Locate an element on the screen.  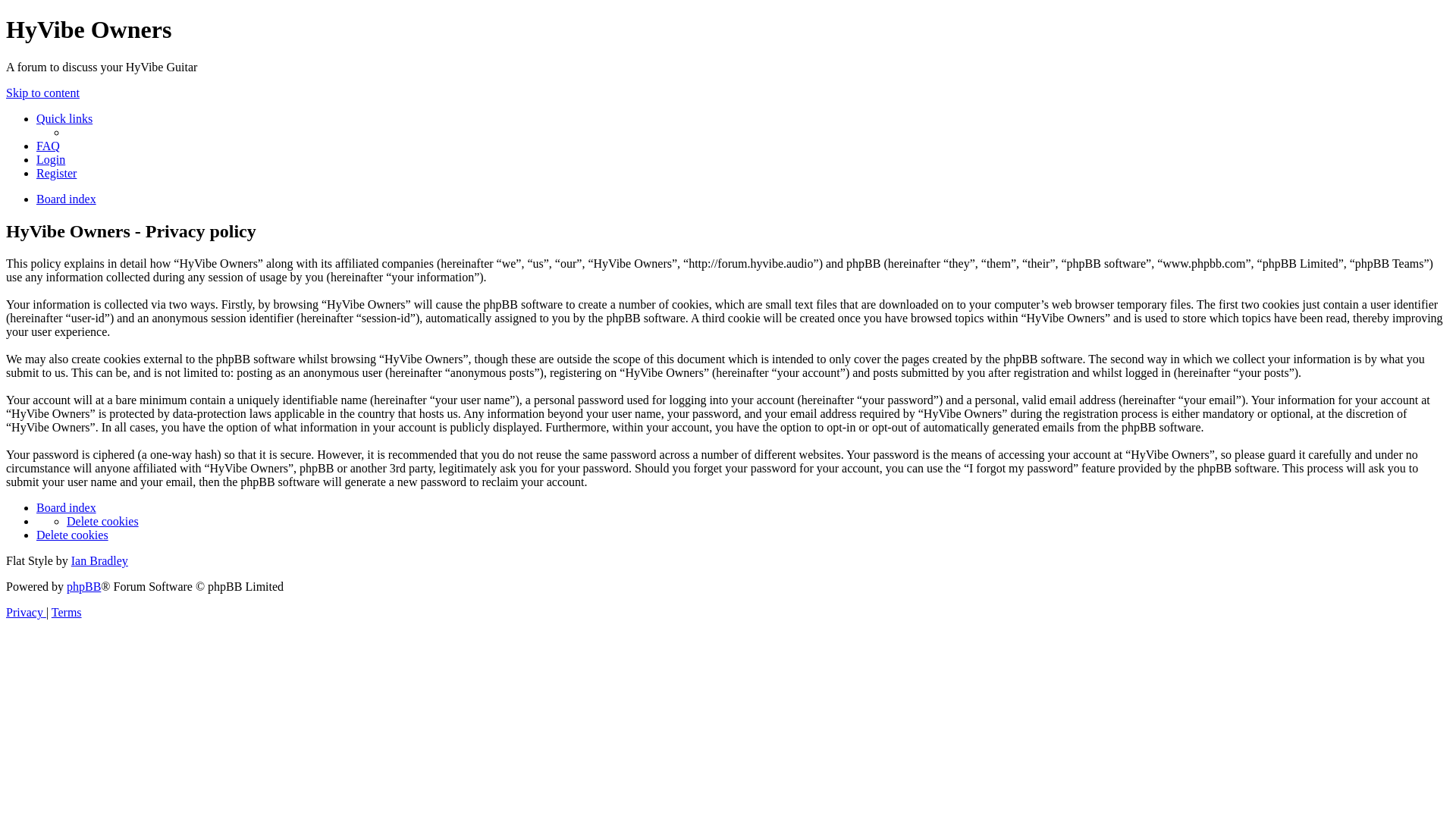
'phpBB' is located at coordinates (83, 585).